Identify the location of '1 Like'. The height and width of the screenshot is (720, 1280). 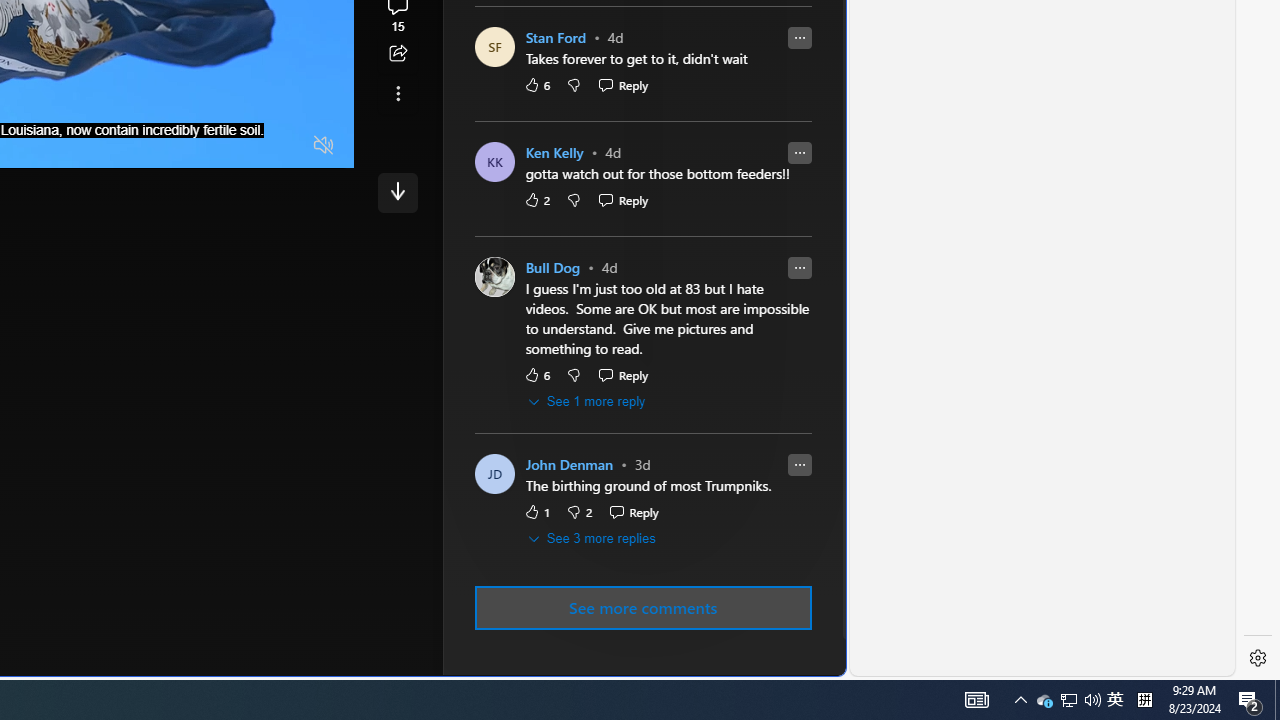
(536, 511).